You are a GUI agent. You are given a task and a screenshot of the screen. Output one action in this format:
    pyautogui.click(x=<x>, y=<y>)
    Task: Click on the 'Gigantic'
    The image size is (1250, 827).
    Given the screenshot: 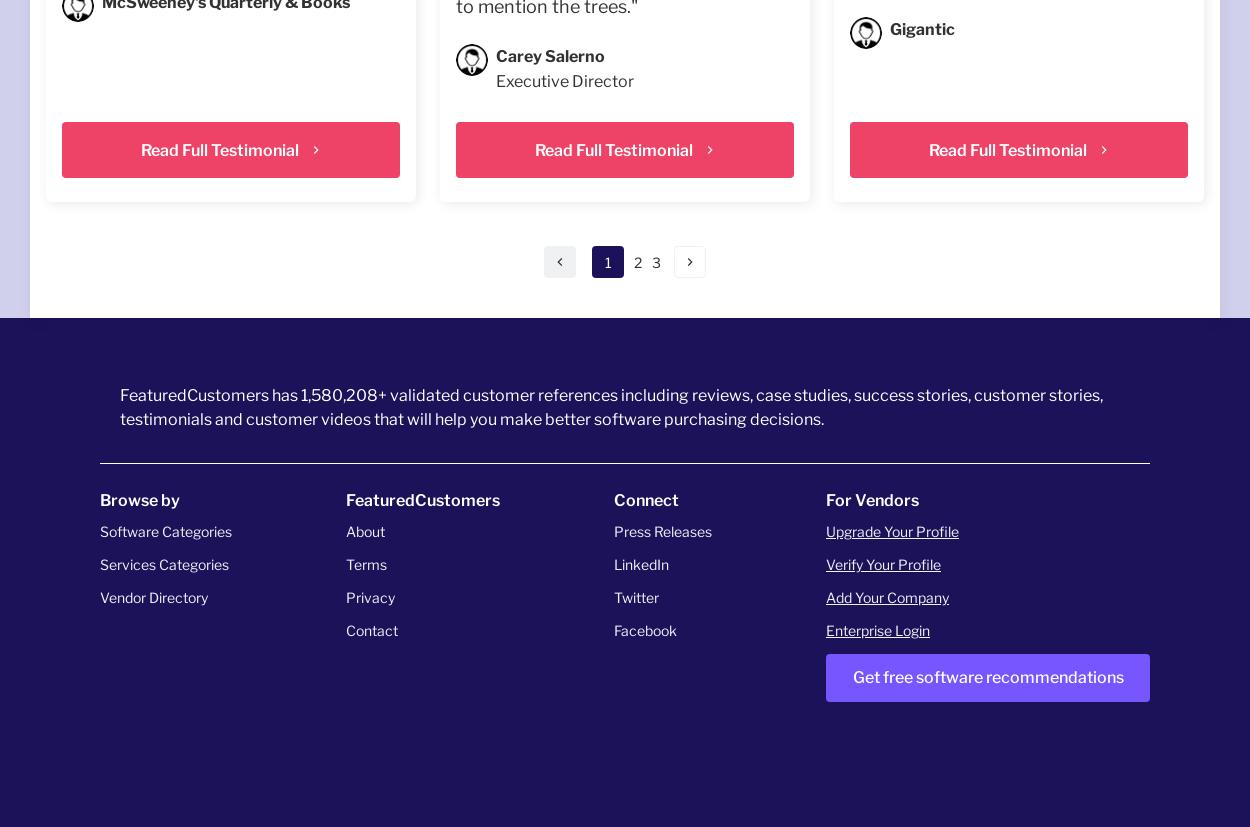 What is the action you would take?
    pyautogui.click(x=921, y=29)
    